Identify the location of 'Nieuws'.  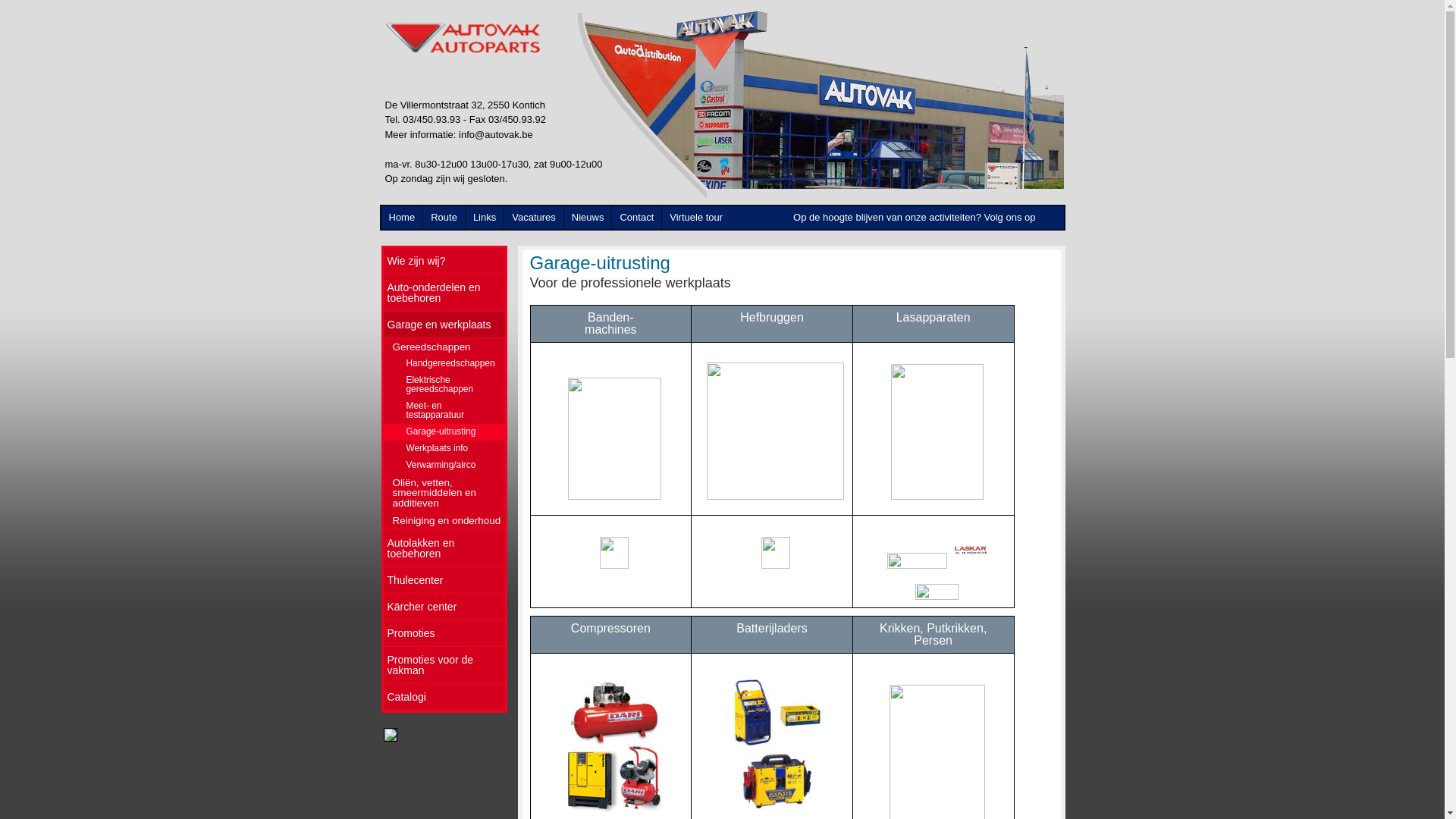
(587, 218).